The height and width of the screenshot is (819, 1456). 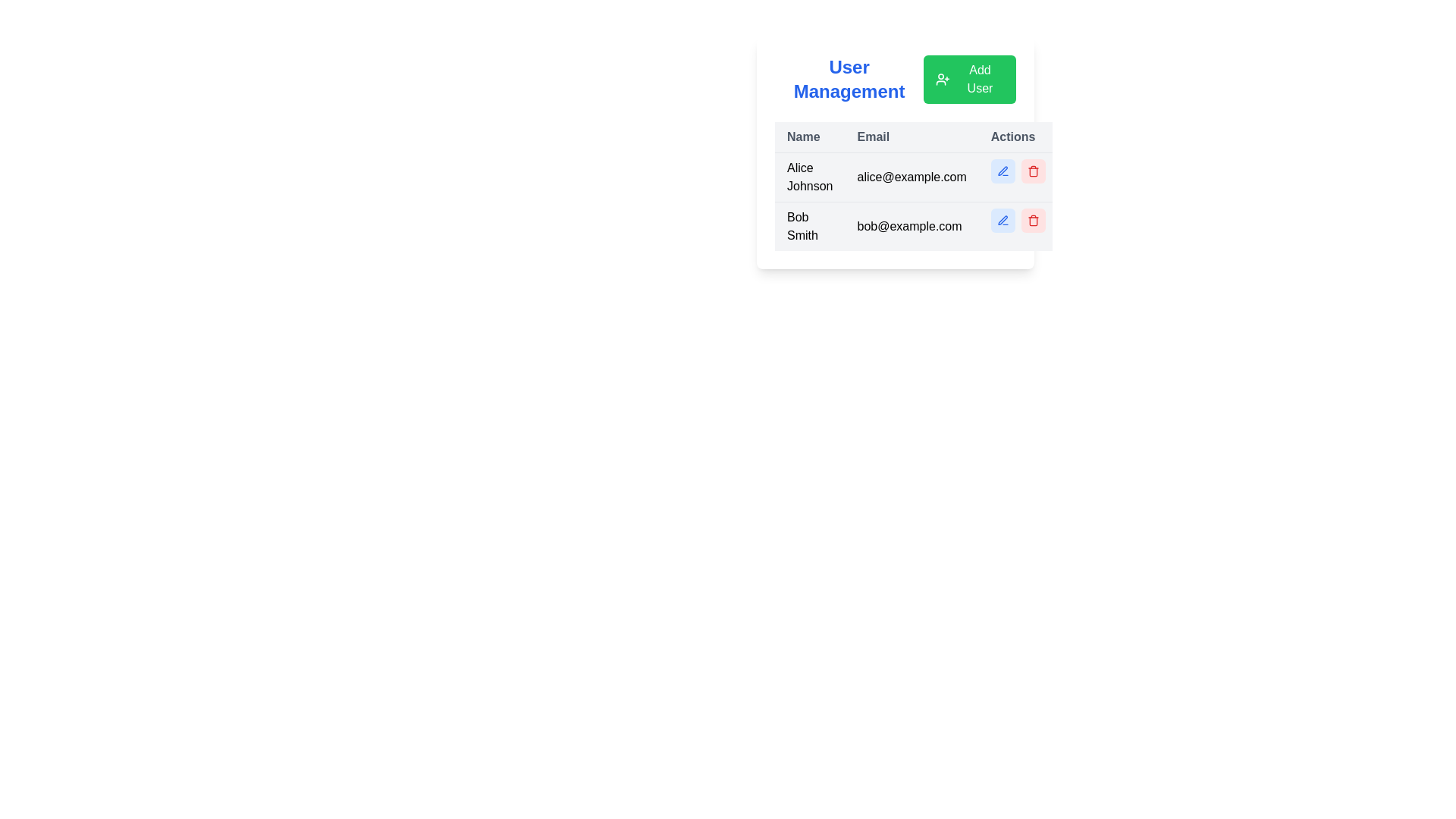 I want to click on the edit button in the Actions column of the table row corresponding to 'Bob Smith', so click(x=1003, y=220).